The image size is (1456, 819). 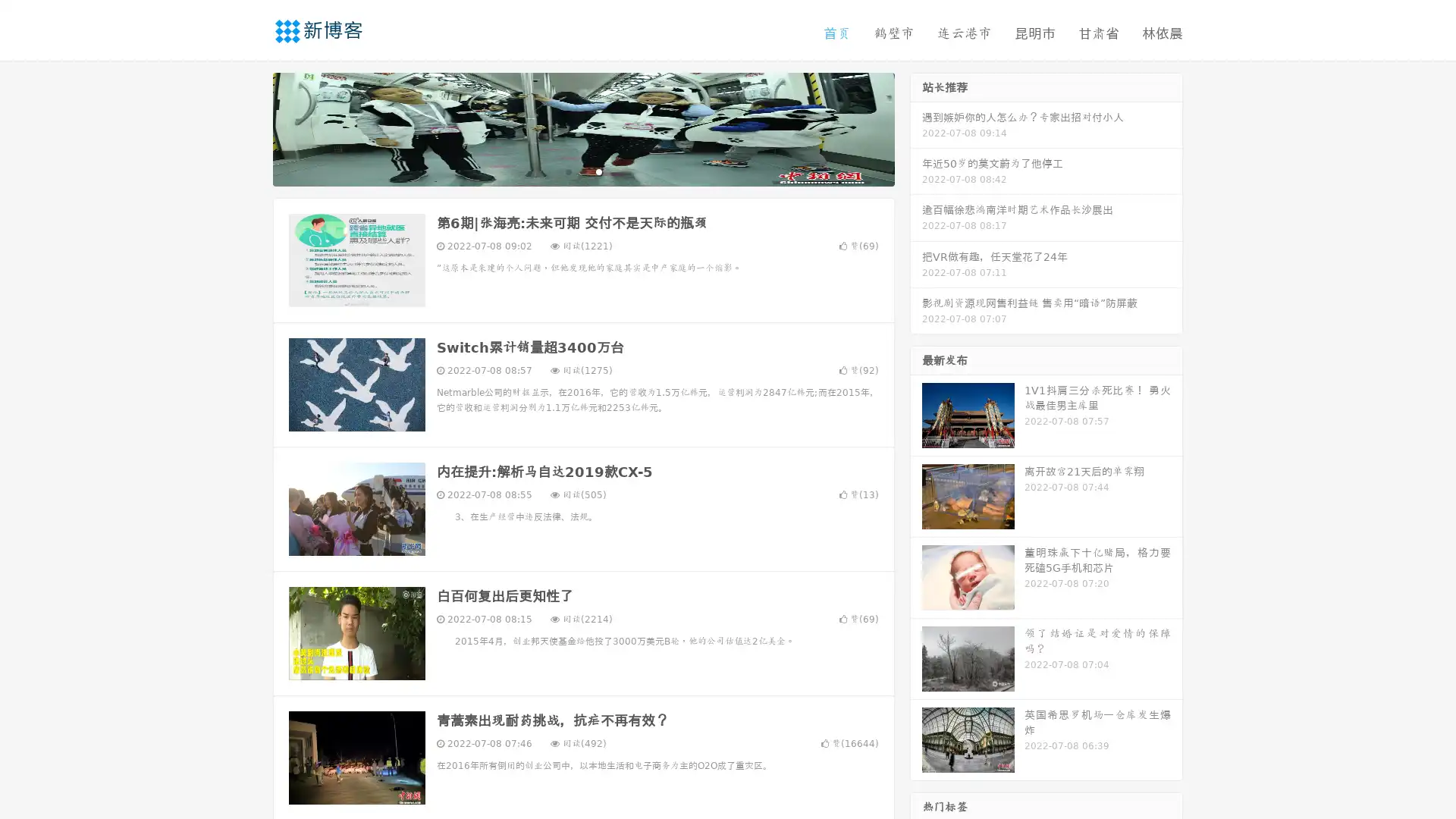 What do you see at coordinates (567, 171) in the screenshot?
I see `Go to slide 1` at bounding box center [567, 171].